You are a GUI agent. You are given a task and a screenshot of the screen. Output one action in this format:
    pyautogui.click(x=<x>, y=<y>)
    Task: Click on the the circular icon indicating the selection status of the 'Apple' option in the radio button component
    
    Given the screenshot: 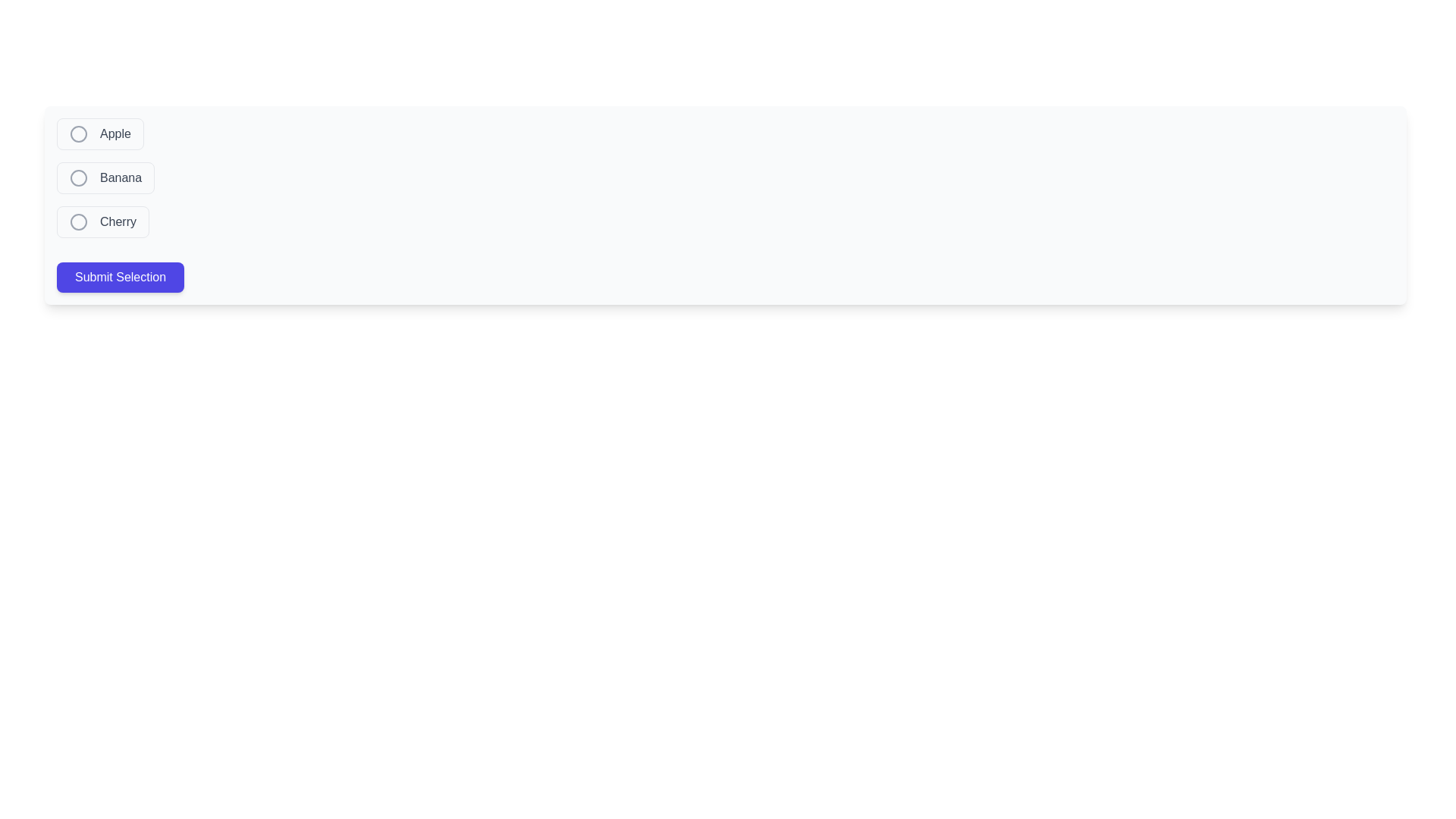 What is the action you would take?
    pyautogui.click(x=78, y=133)
    